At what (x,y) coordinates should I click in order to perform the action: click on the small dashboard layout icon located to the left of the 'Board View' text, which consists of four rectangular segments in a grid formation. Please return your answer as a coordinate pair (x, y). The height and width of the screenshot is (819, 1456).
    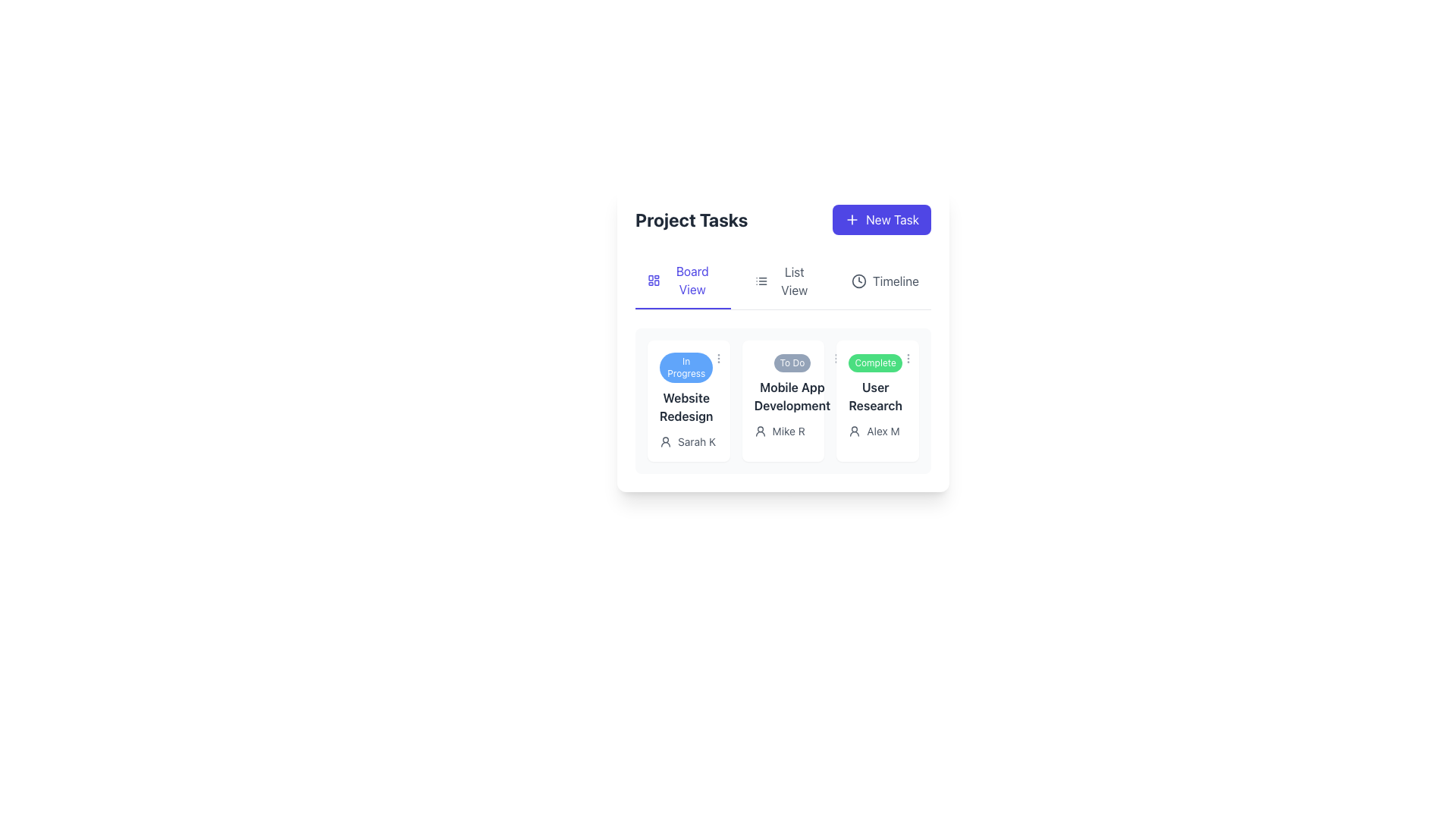
    Looking at the image, I should click on (654, 281).